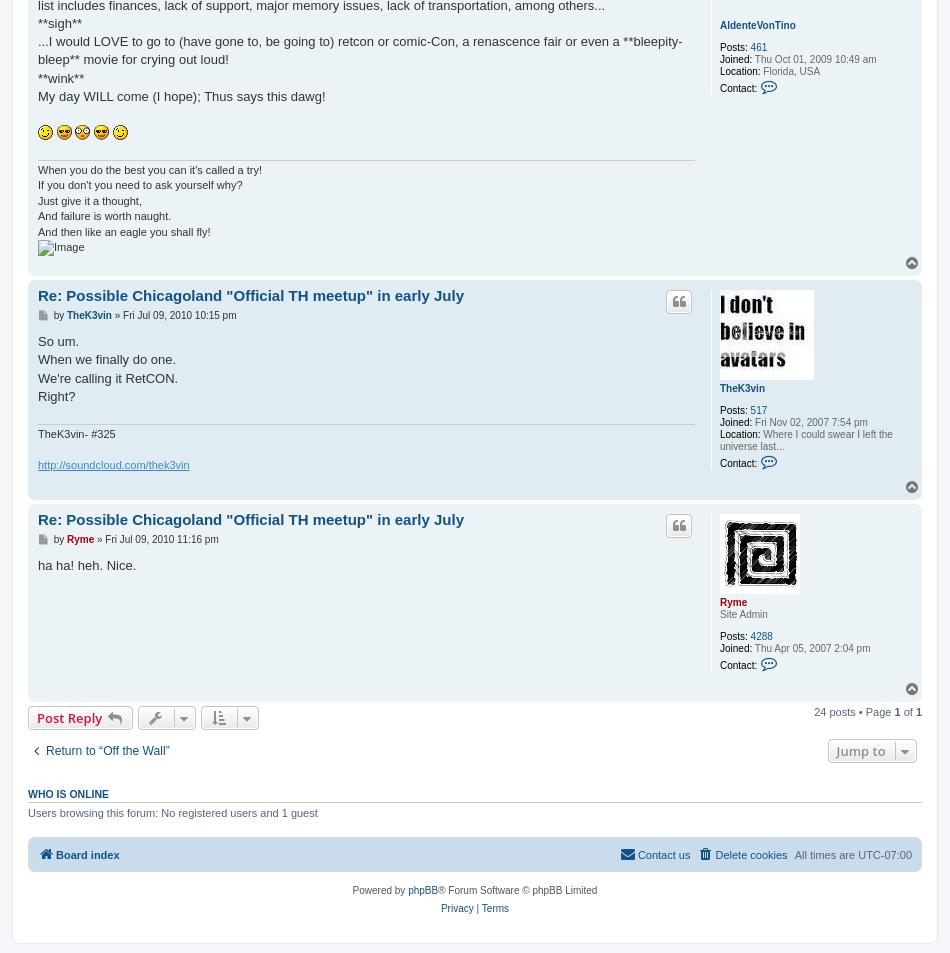  What do you see at coordinates (150, 169) in the screenshot?
I see `'When you do the best you can it's called a try!'` at bounding box center [150, 169].